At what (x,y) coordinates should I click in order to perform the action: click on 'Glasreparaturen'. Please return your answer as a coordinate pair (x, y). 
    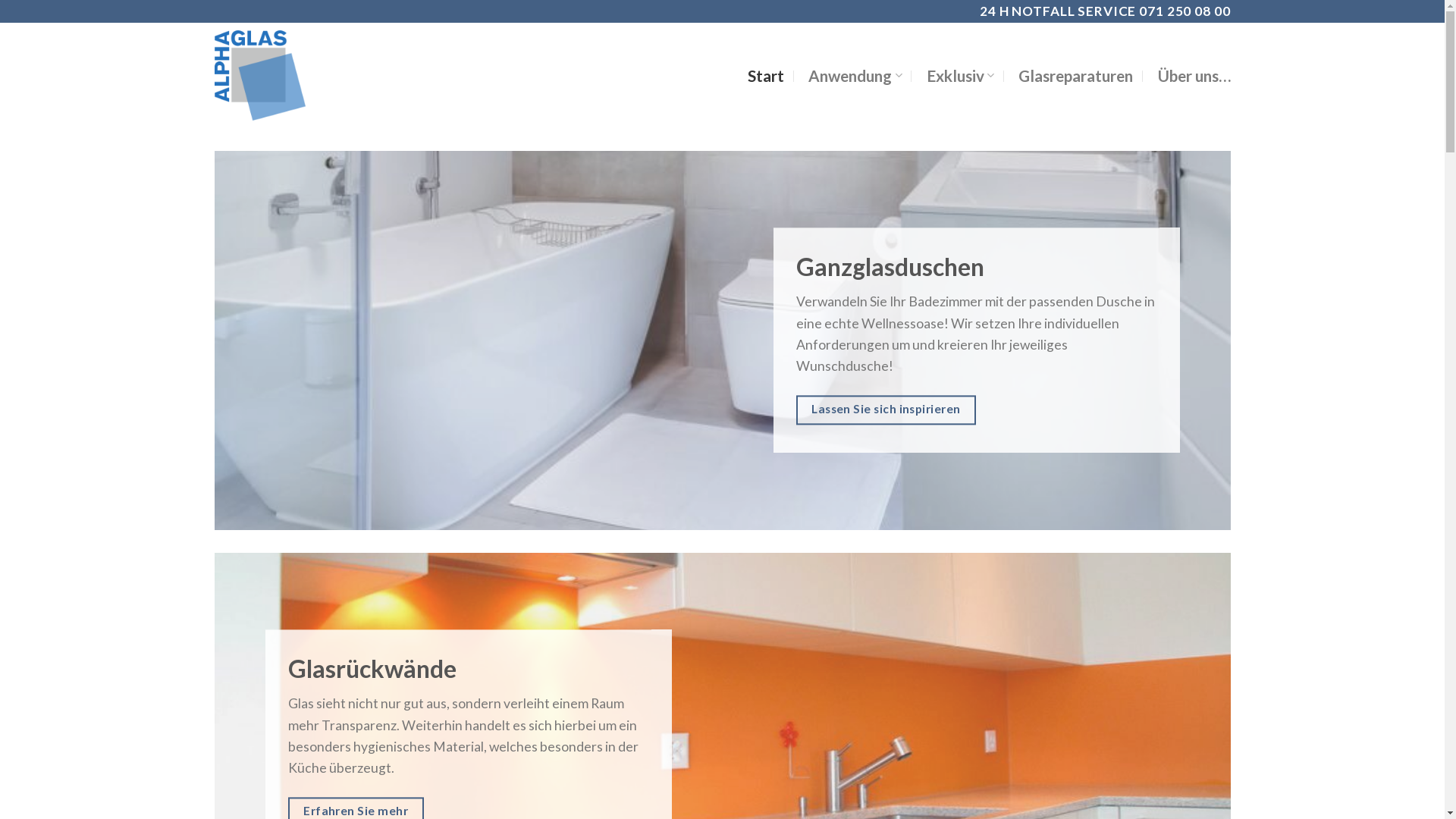
    Looking at the image, I should click on (1075, 76).